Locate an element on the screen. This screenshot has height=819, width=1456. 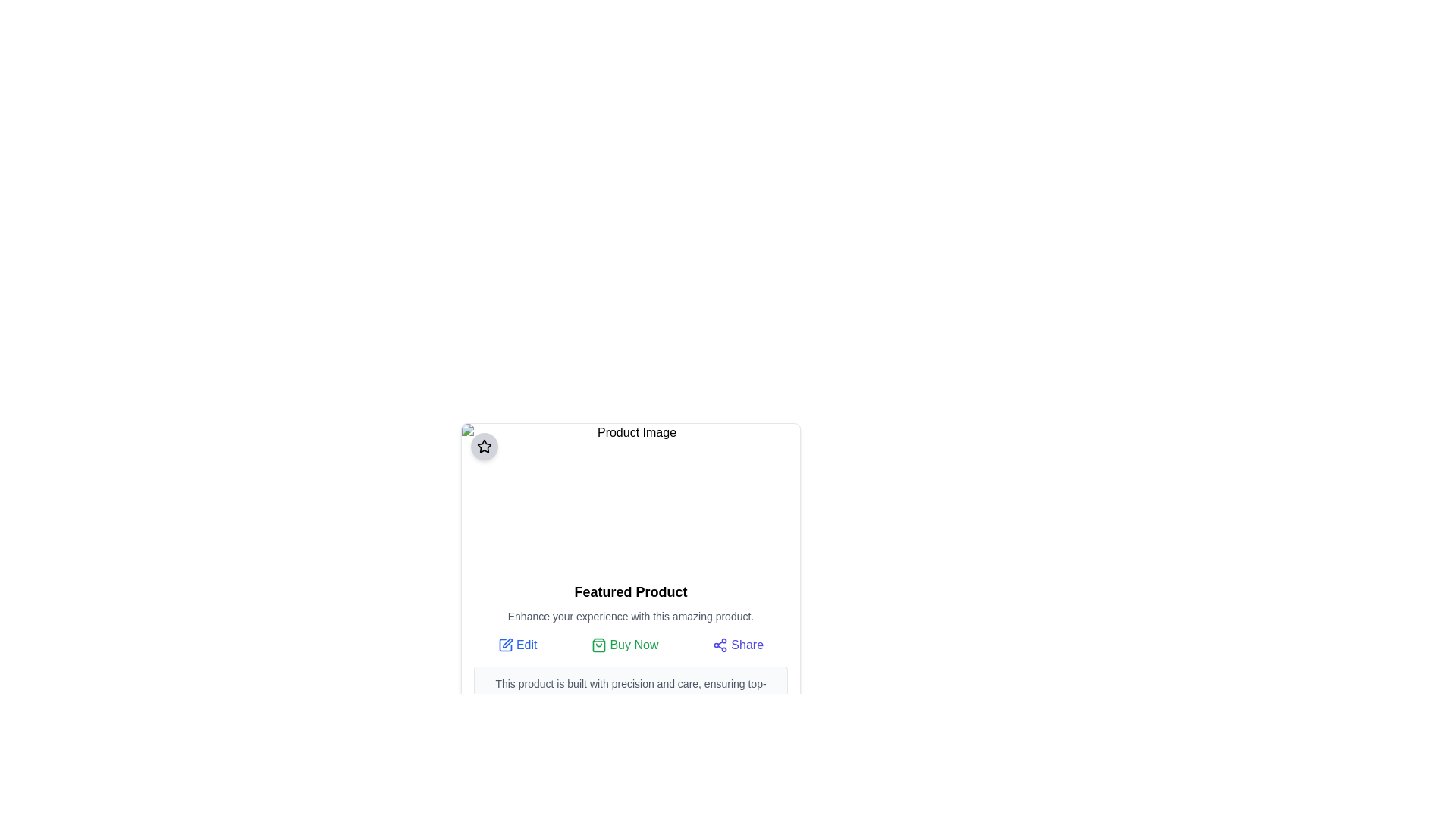
the 'Buy Now' button in the horizontal button group located in the middle of the 'Featured Product' component to proceed with a purchase is located at coordinates (630, 645).